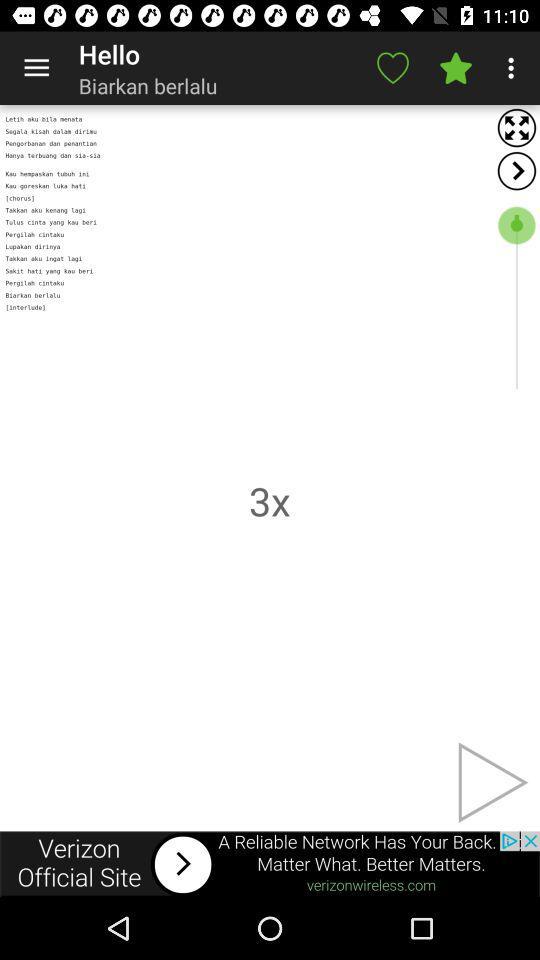  What do you see at coordinates (270, 863) in the screenshot?
I see `the information` at bounding box center [270, 863].